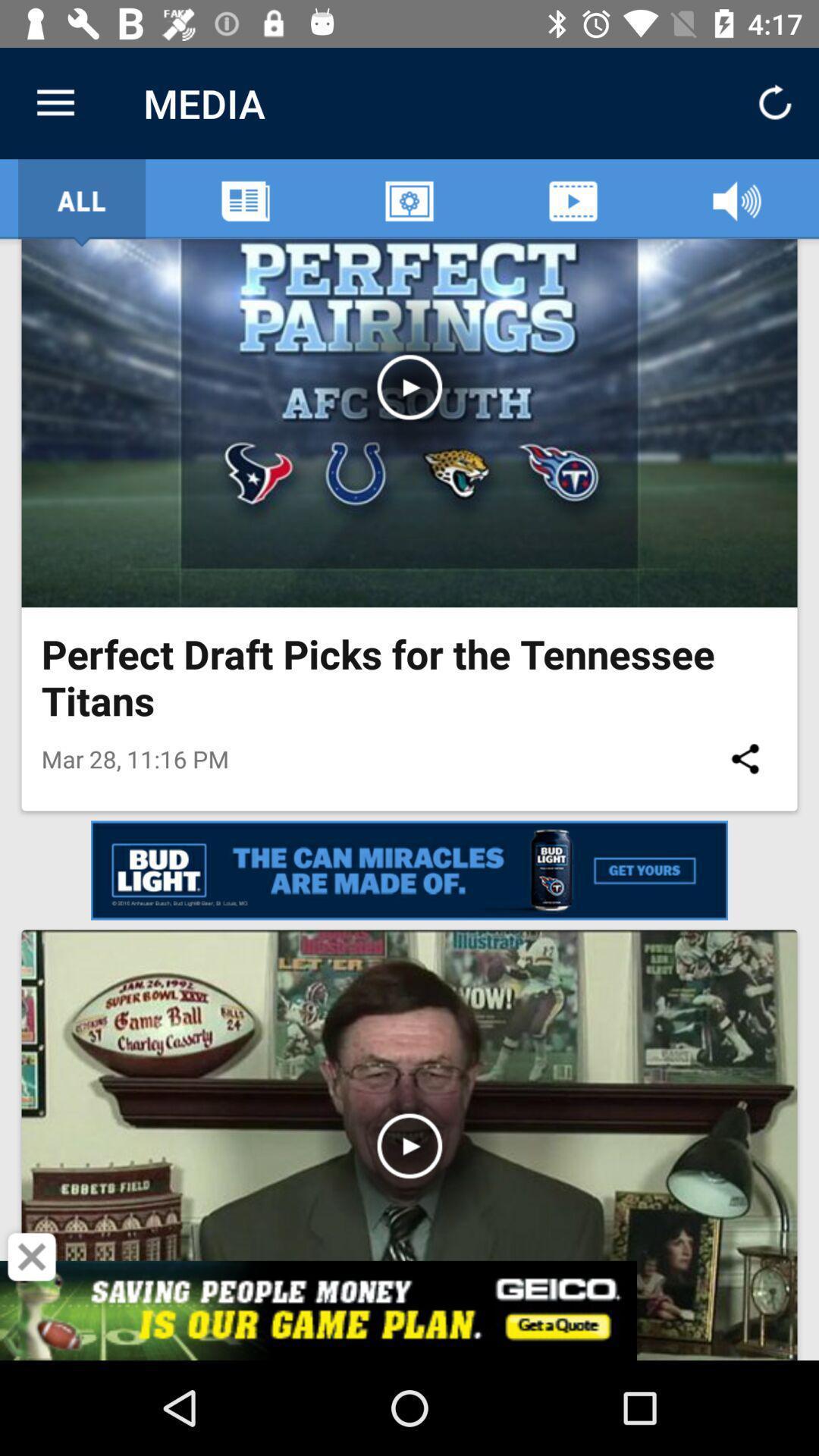 This screenshot has width=819, height=1456. I want to click on the icon next to mar 28 11 item, so click(744, 758).